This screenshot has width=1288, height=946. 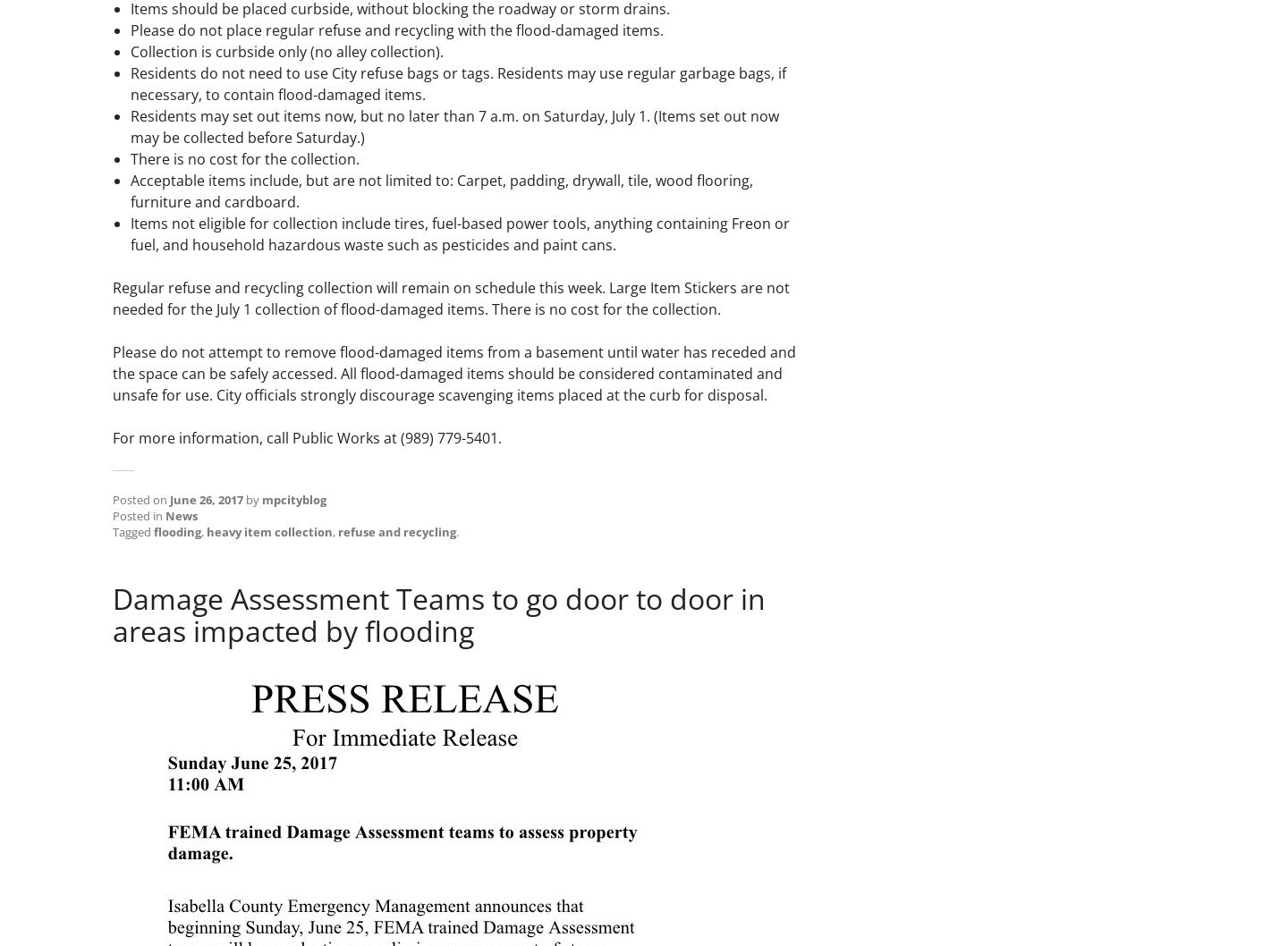 I want to click on 'Acceptable items include, but are not limited to: Carpet, padding, drywall, tile, wood flooring, furniture and cardboard.', so click(x=441, y=191).